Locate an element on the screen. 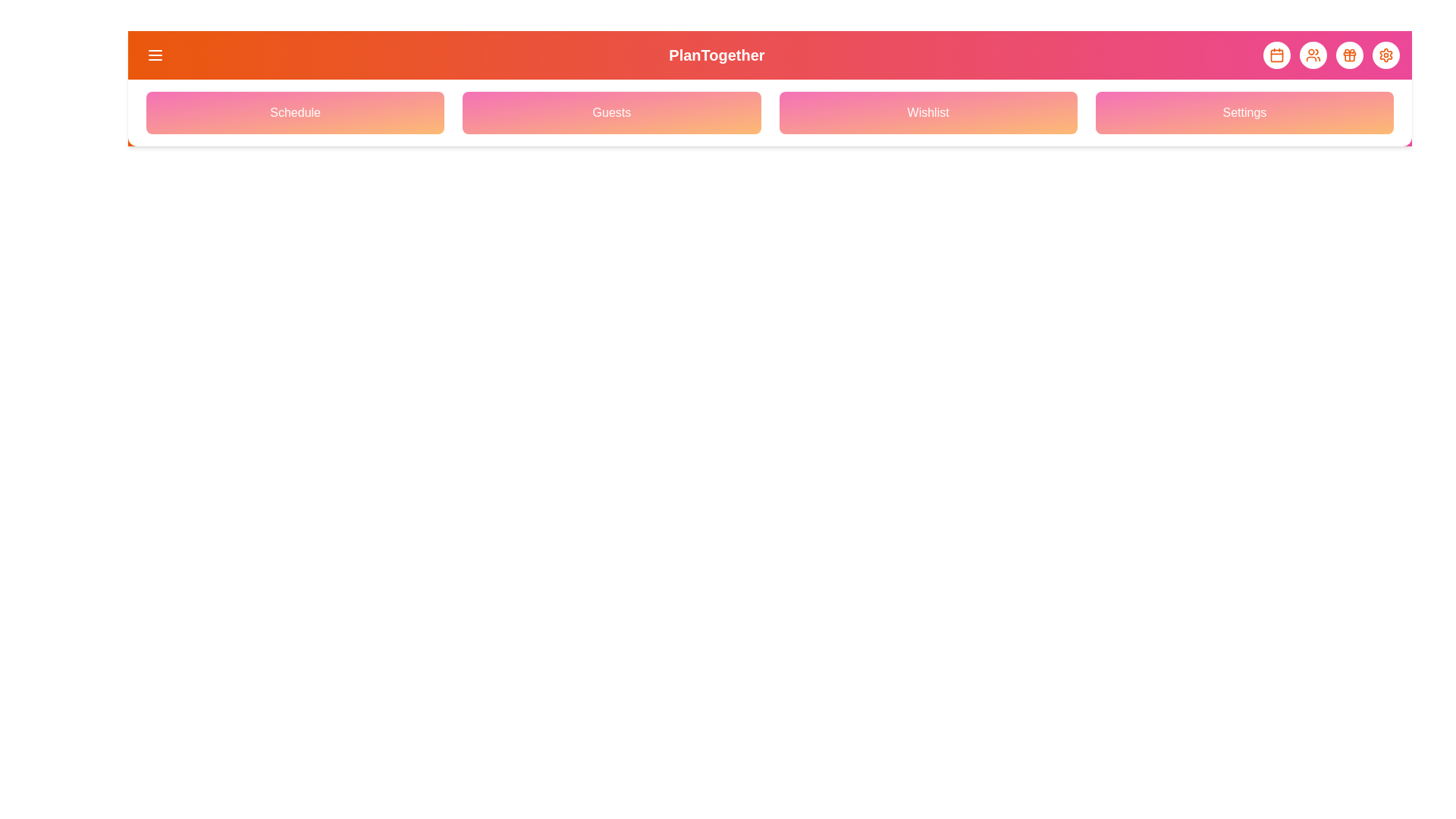 The height and width of the screenshot is (819, 1456). the element with Gift Icon to observe its hover effect is located at coordinates (1350, 55).